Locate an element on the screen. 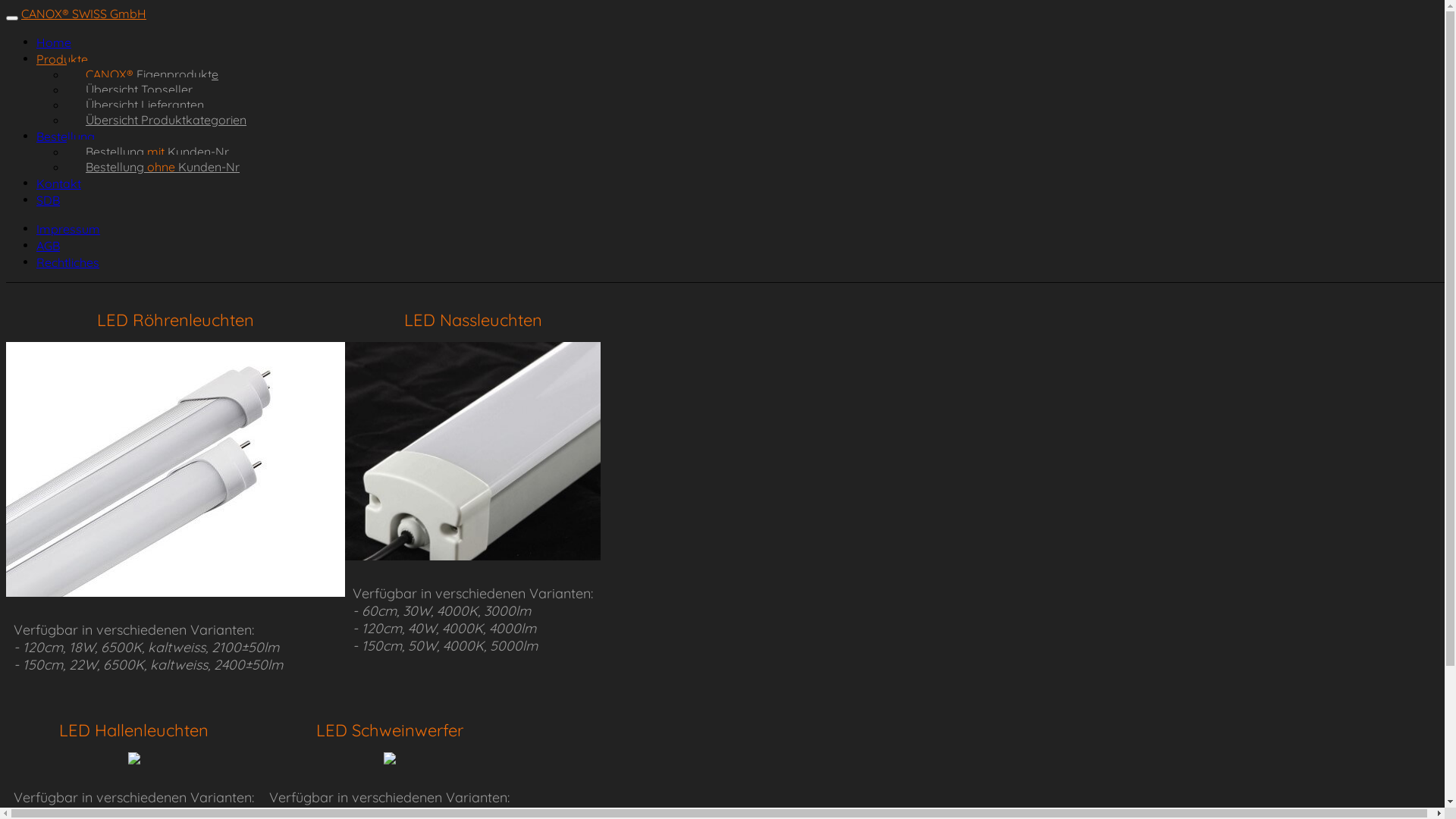 This screenshot has width=1456, height=819. 'Bestellung mit Kunden-Nr' is located at coordinates (157, 152).